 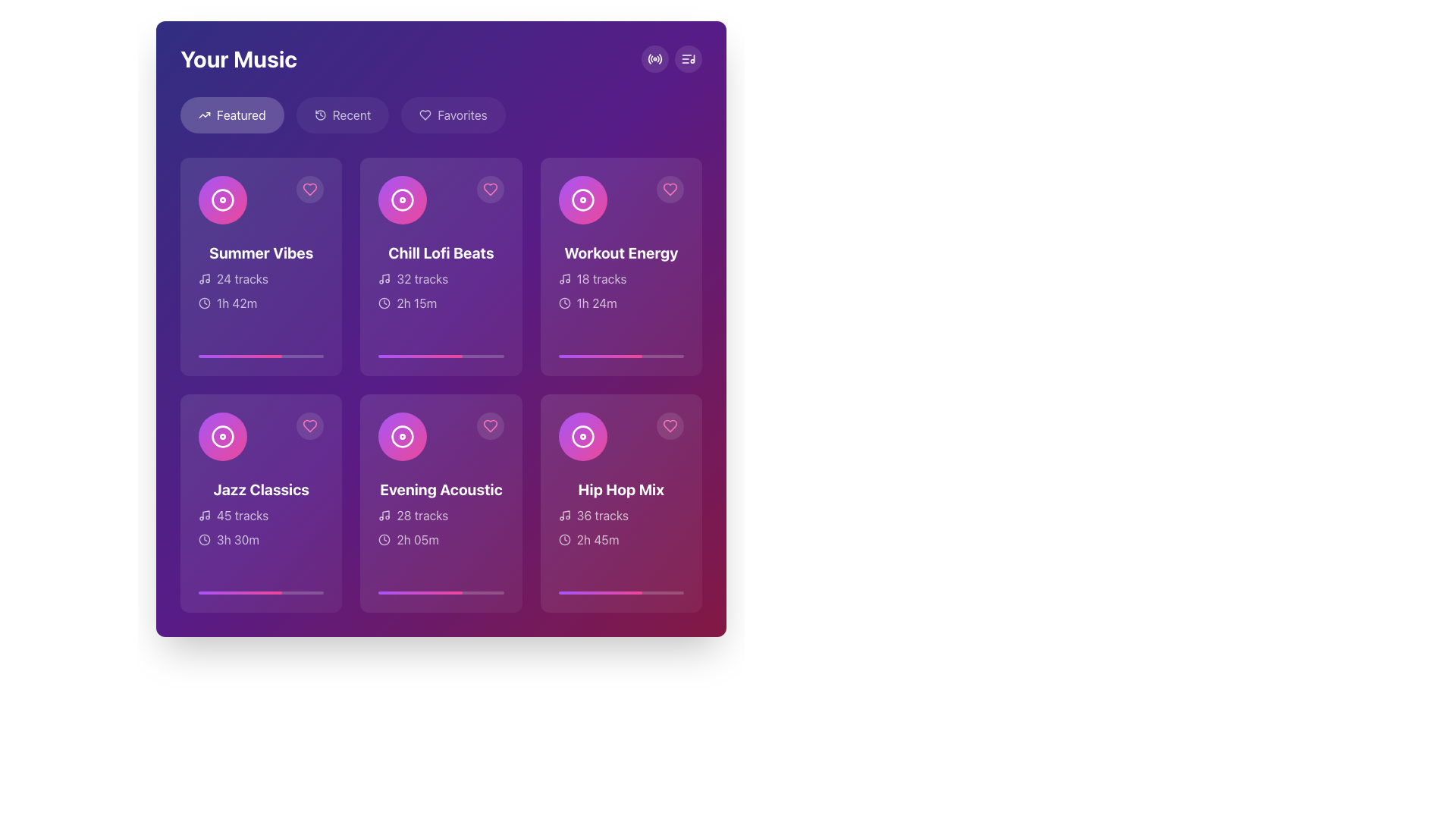 I want to click on the Progress Bar located within the first card of the 'Your Music' grid layout, positioned below the card's title and description, so click(x=240, y=356).